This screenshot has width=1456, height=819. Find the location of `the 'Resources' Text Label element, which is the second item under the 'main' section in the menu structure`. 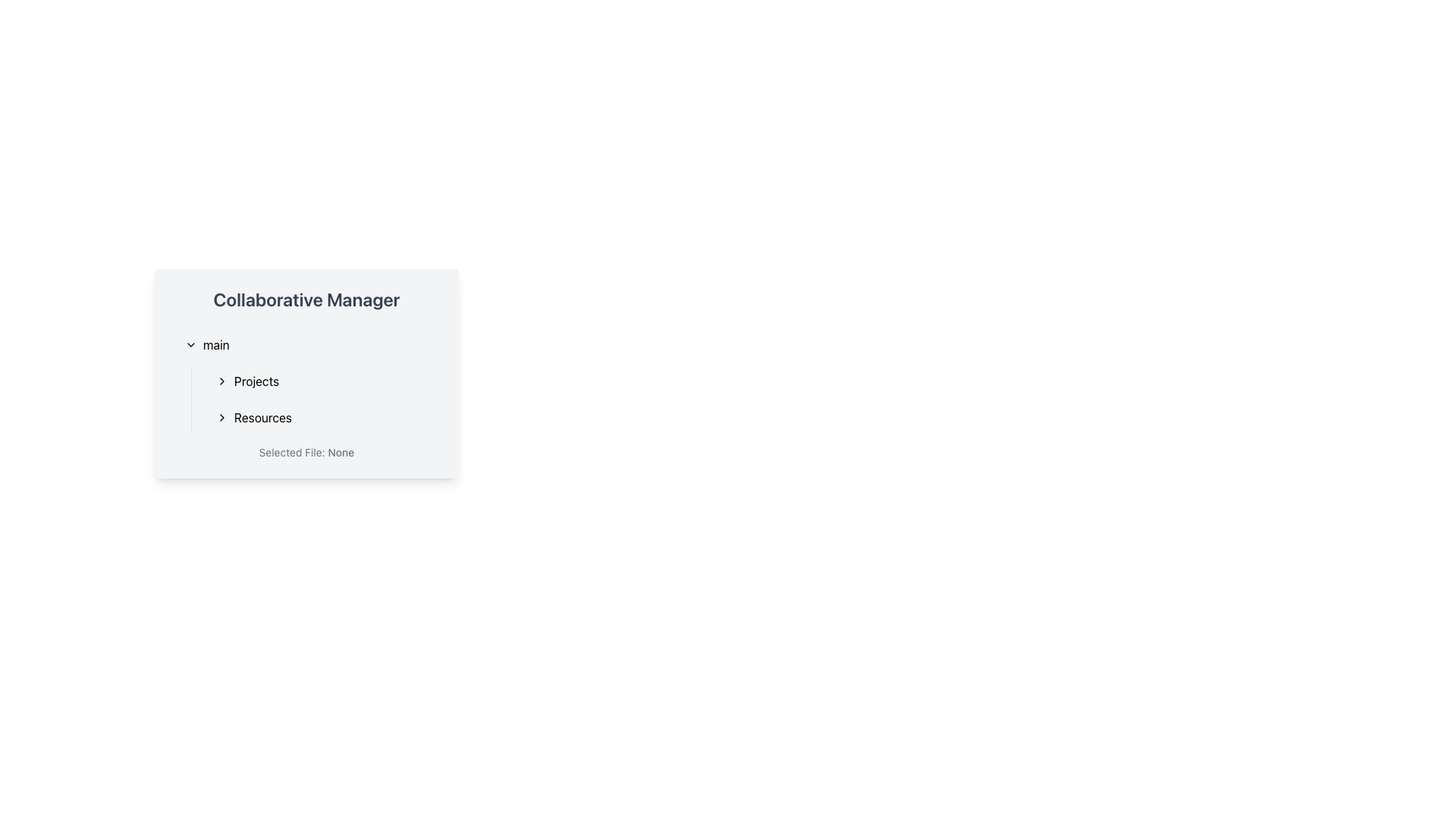

the 'Resources' Text Label element, which is the second item under the 'main' section in the menu structure is located at coordinates (262, 418).